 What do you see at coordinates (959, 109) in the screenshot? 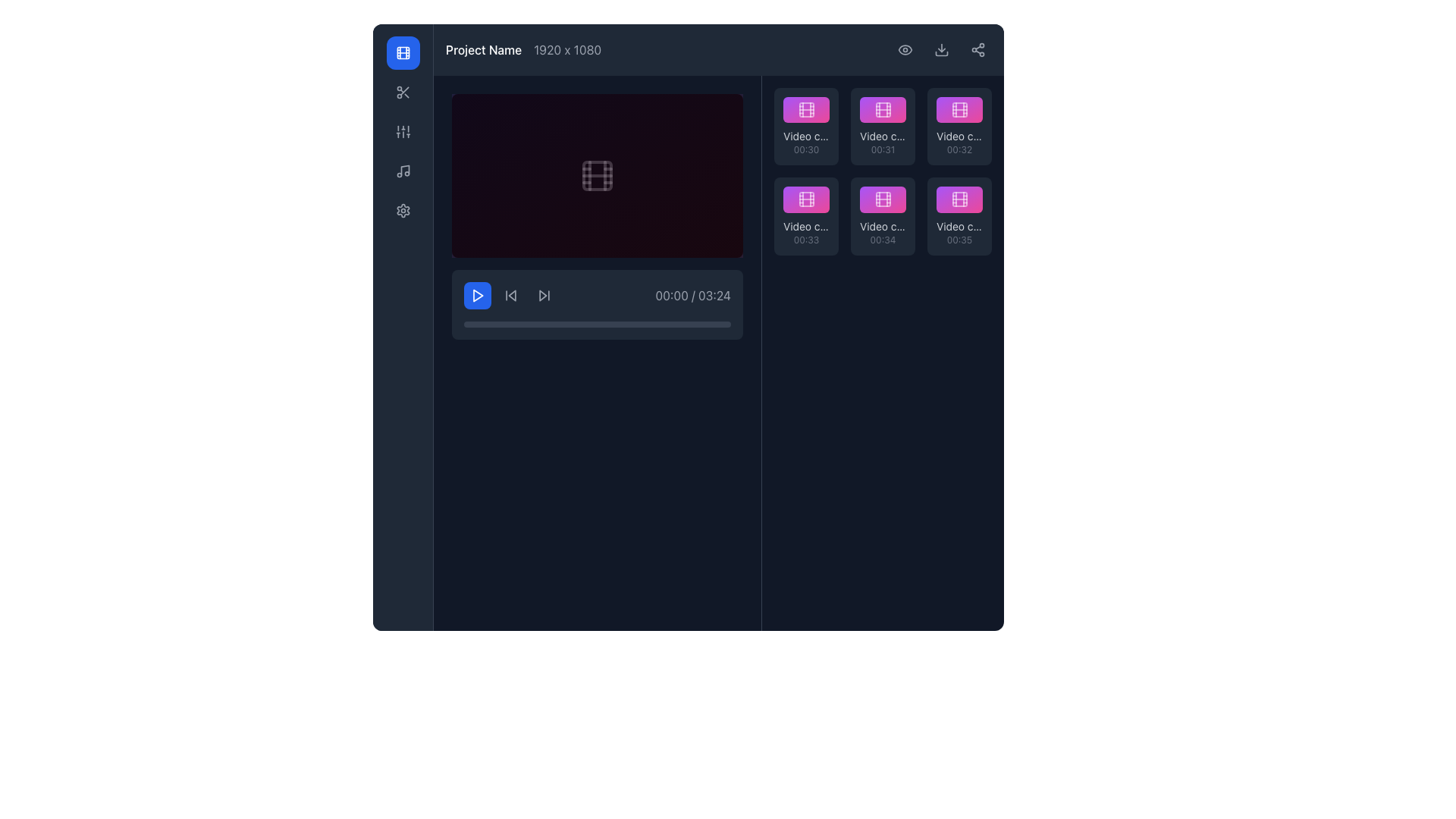
I see `the thumbnail preview located in the upper right section of the interface` at bounding box center [959, 109].